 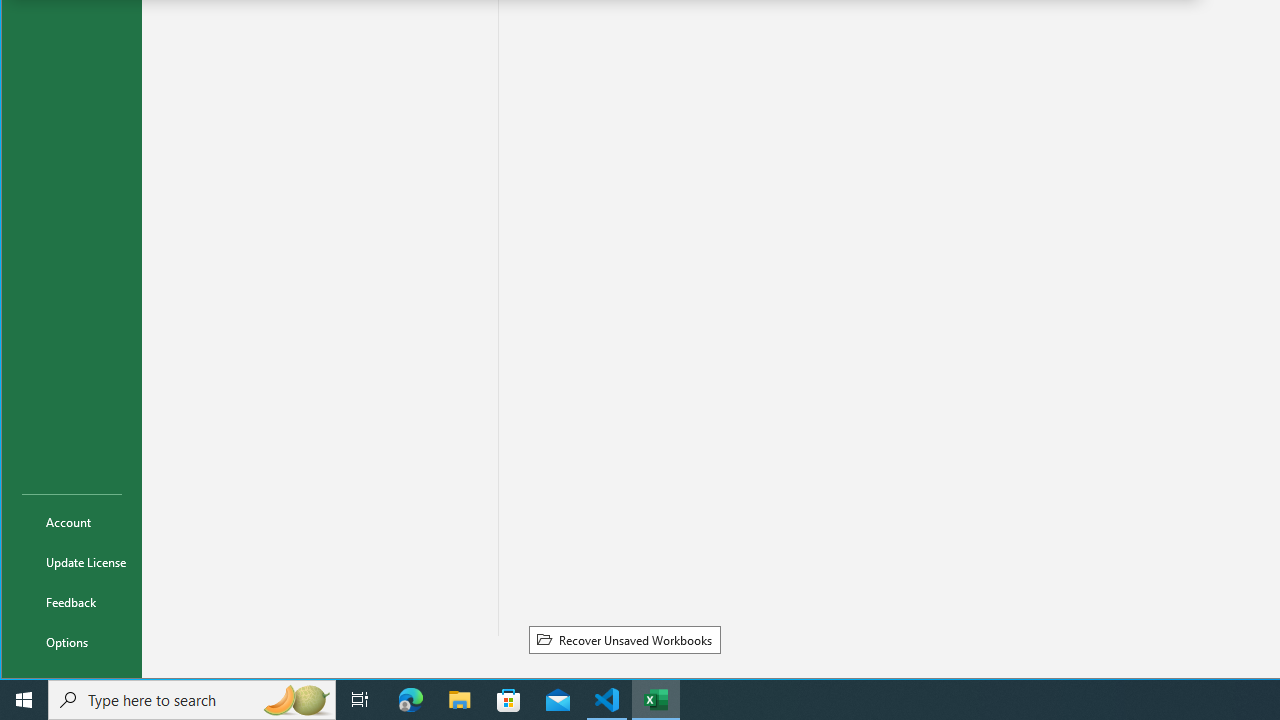 I want to click on 'Visual Studio Code - 1 running window', so click(x=606, y=698).